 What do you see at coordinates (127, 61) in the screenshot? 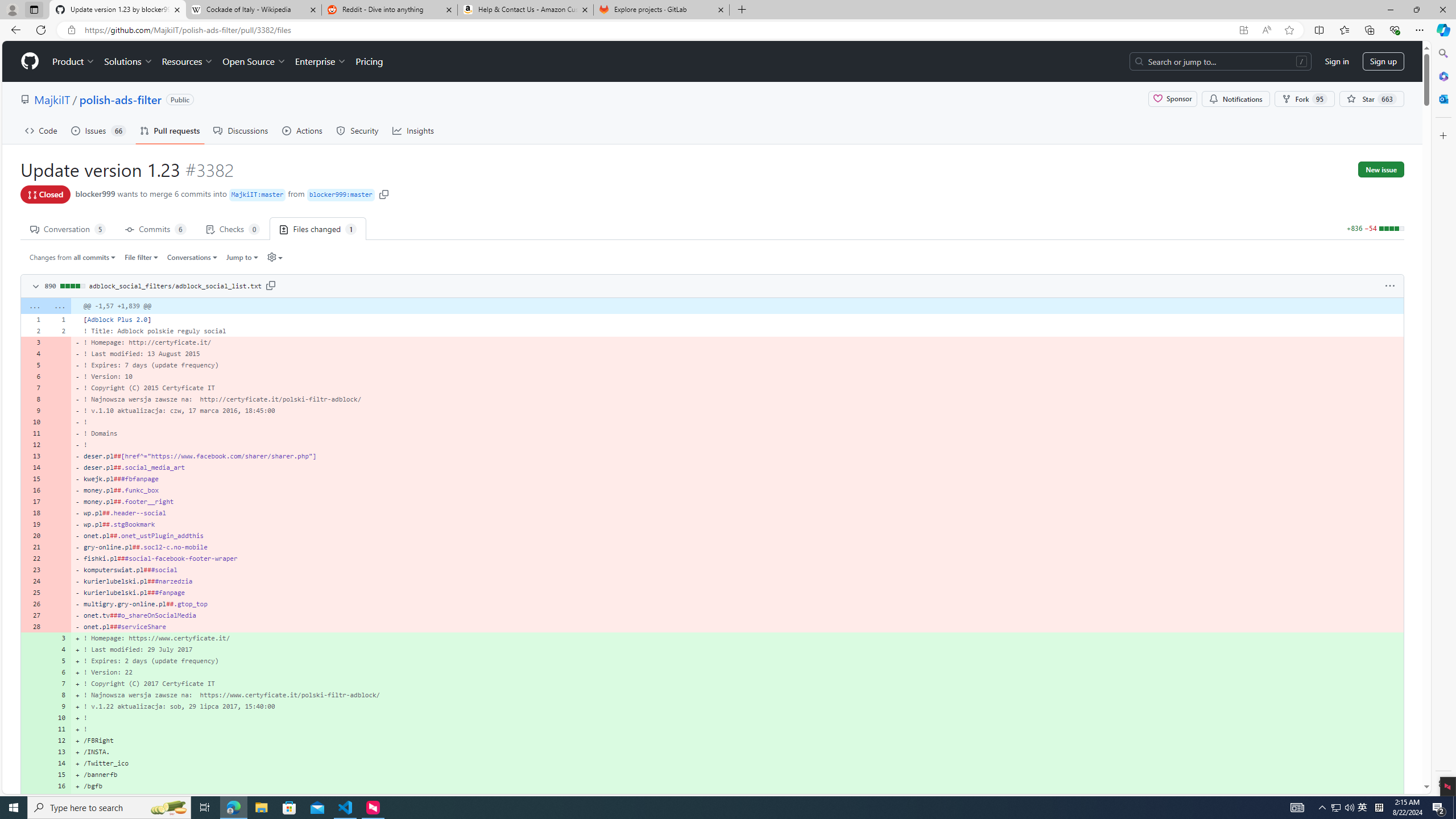
I see `'Solutions'` at bounding box center [127, 61].